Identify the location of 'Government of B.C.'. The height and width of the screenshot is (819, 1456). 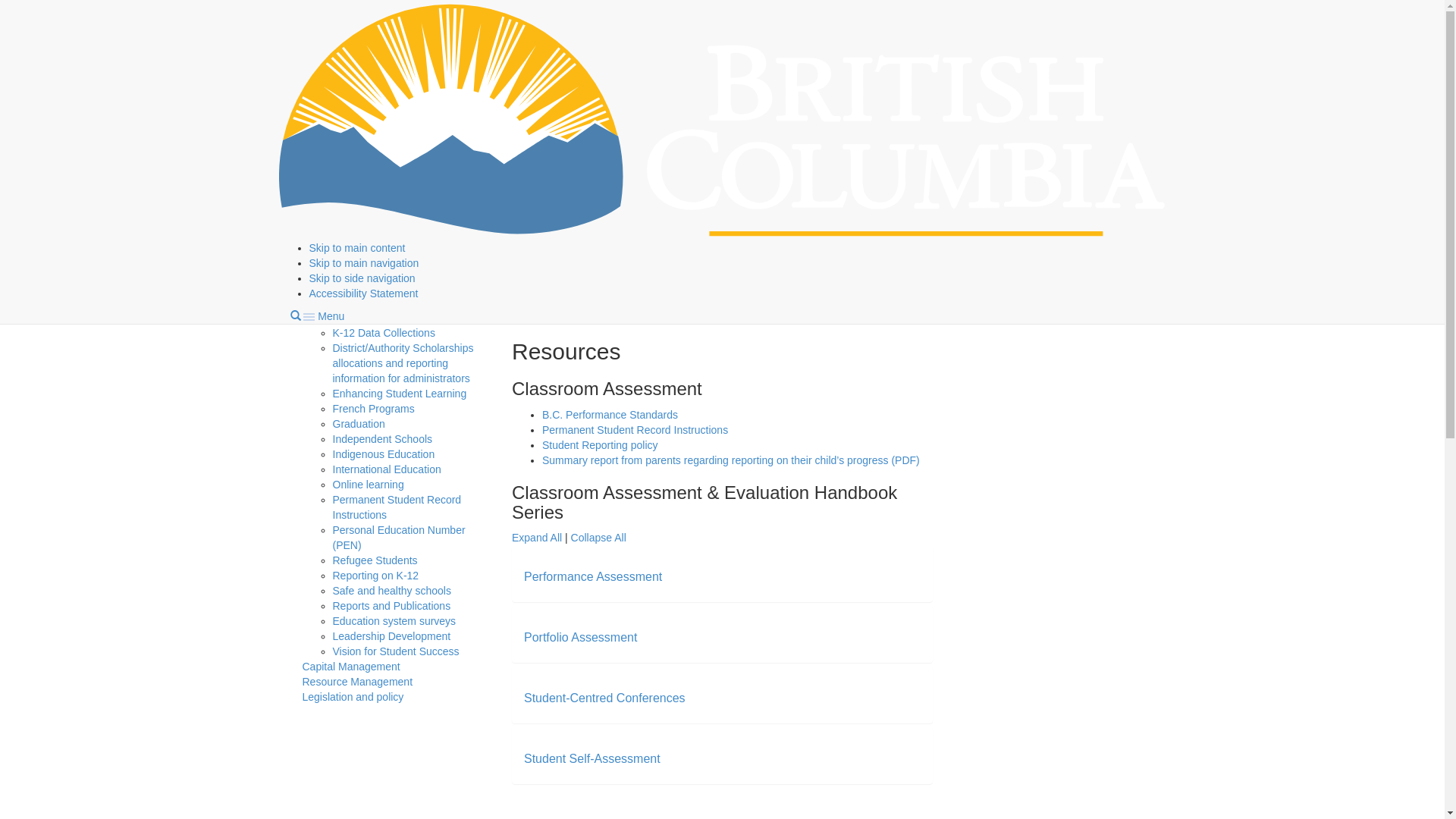
(337, 61).